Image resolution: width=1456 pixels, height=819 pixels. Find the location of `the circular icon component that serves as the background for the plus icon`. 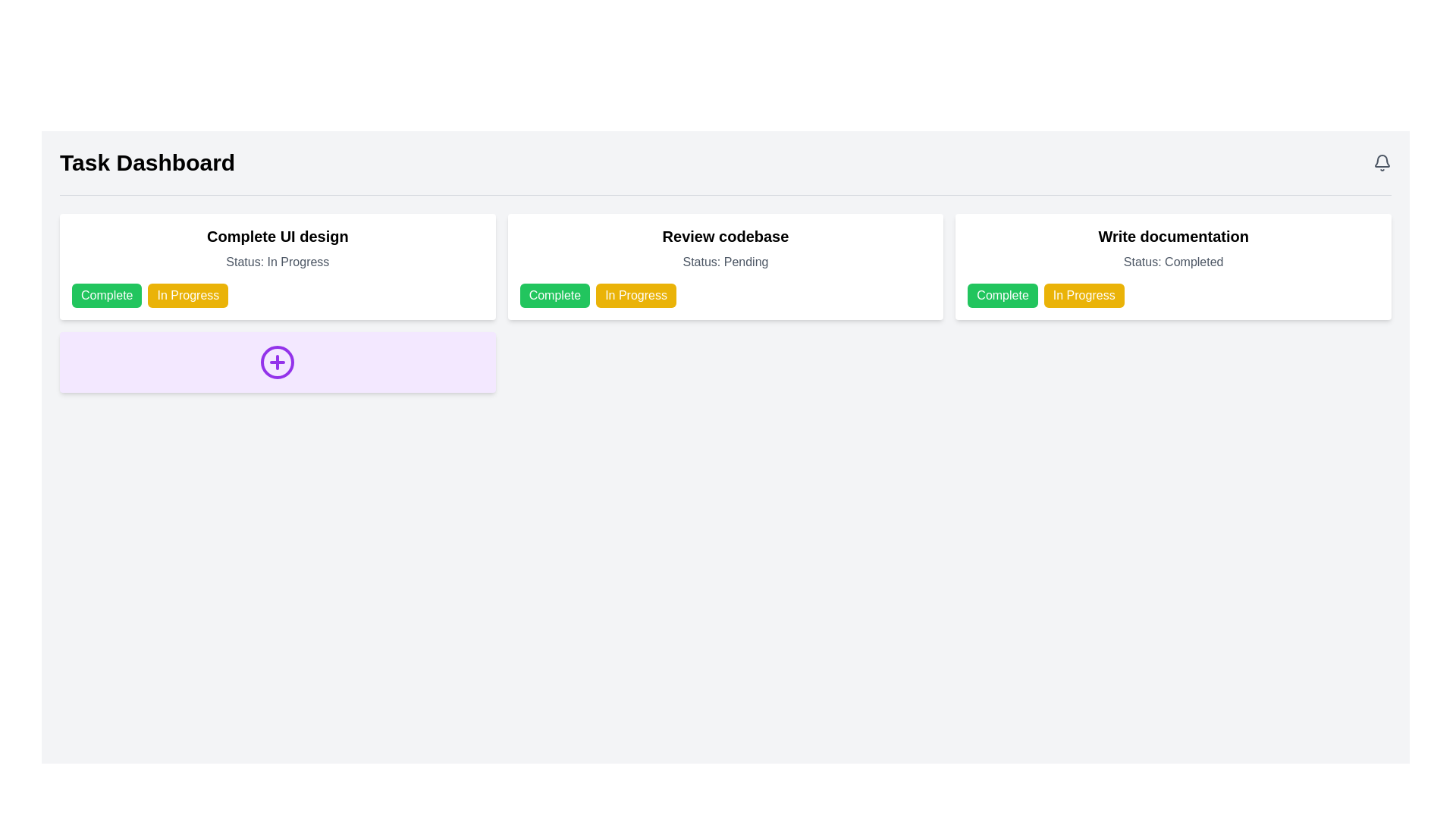

the circular icon component that serves as the background for the plus icon is located at coordinates (278, 362).